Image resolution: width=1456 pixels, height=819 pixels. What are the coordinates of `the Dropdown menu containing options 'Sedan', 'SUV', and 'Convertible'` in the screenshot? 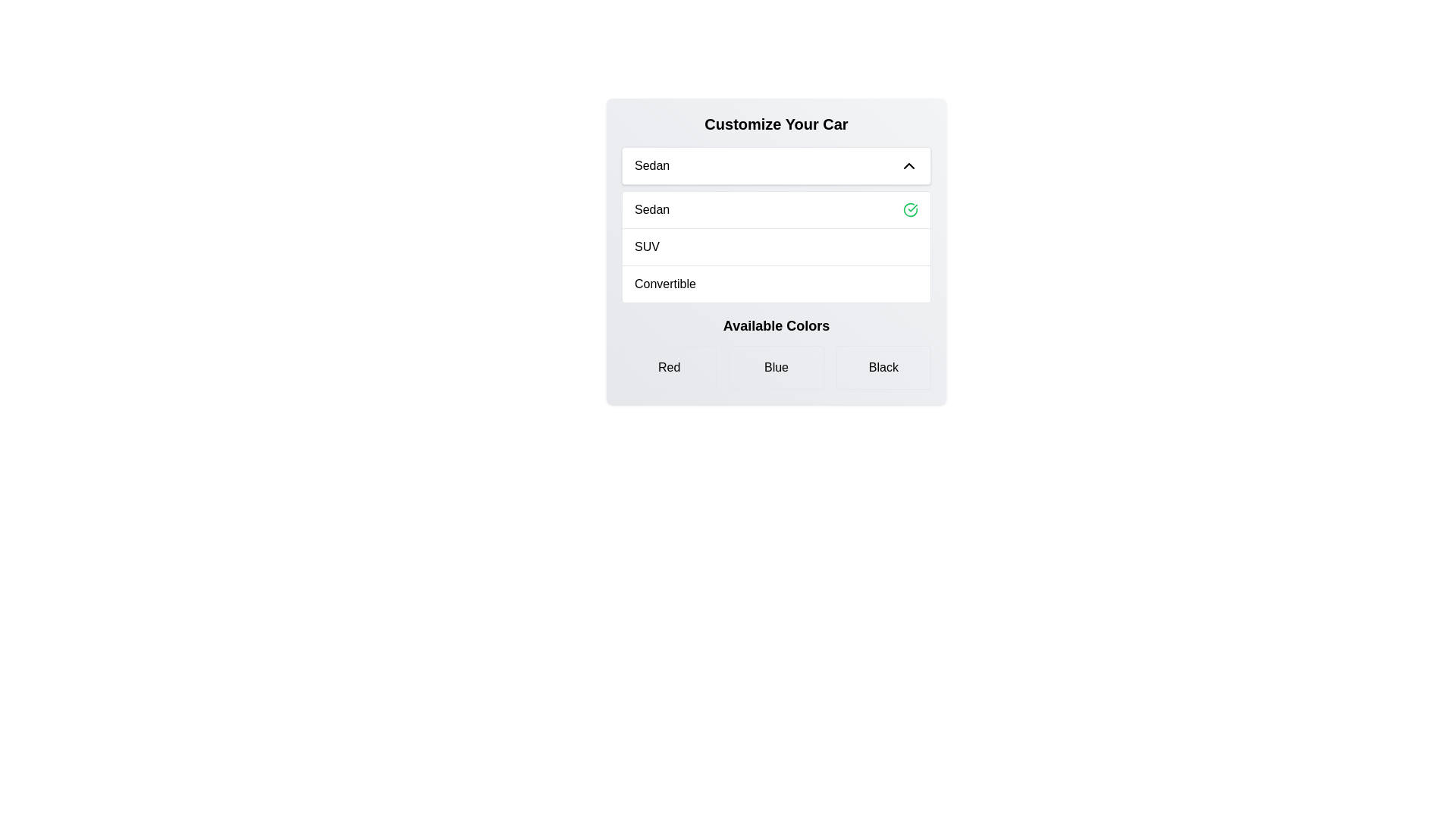 It's located at (776, 246).